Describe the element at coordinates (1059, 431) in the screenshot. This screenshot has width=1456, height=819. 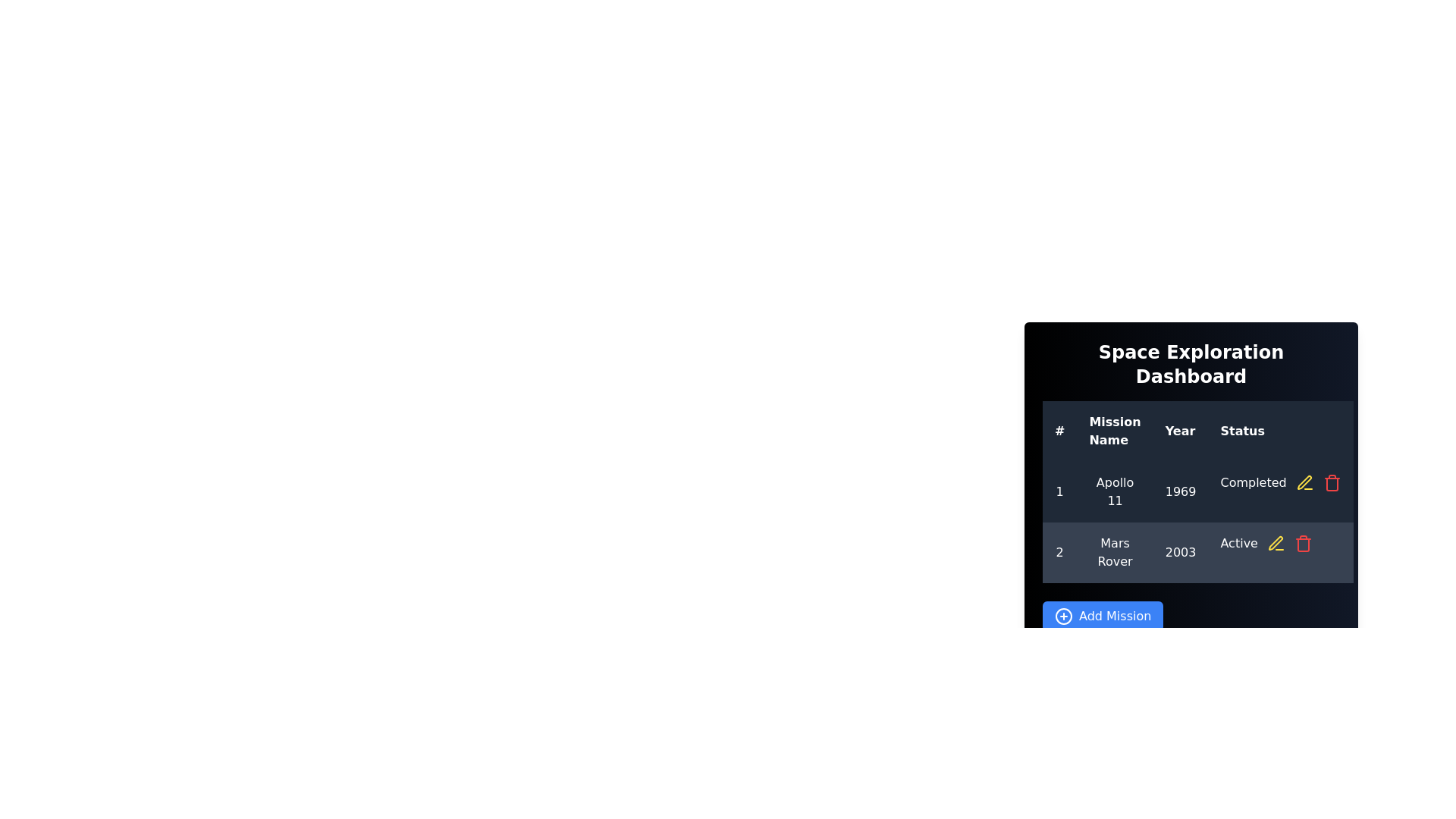
I see `the first column header in the table that indicates serial numbers, located at the top-left corner of the header row in the dashboard section` at that location.